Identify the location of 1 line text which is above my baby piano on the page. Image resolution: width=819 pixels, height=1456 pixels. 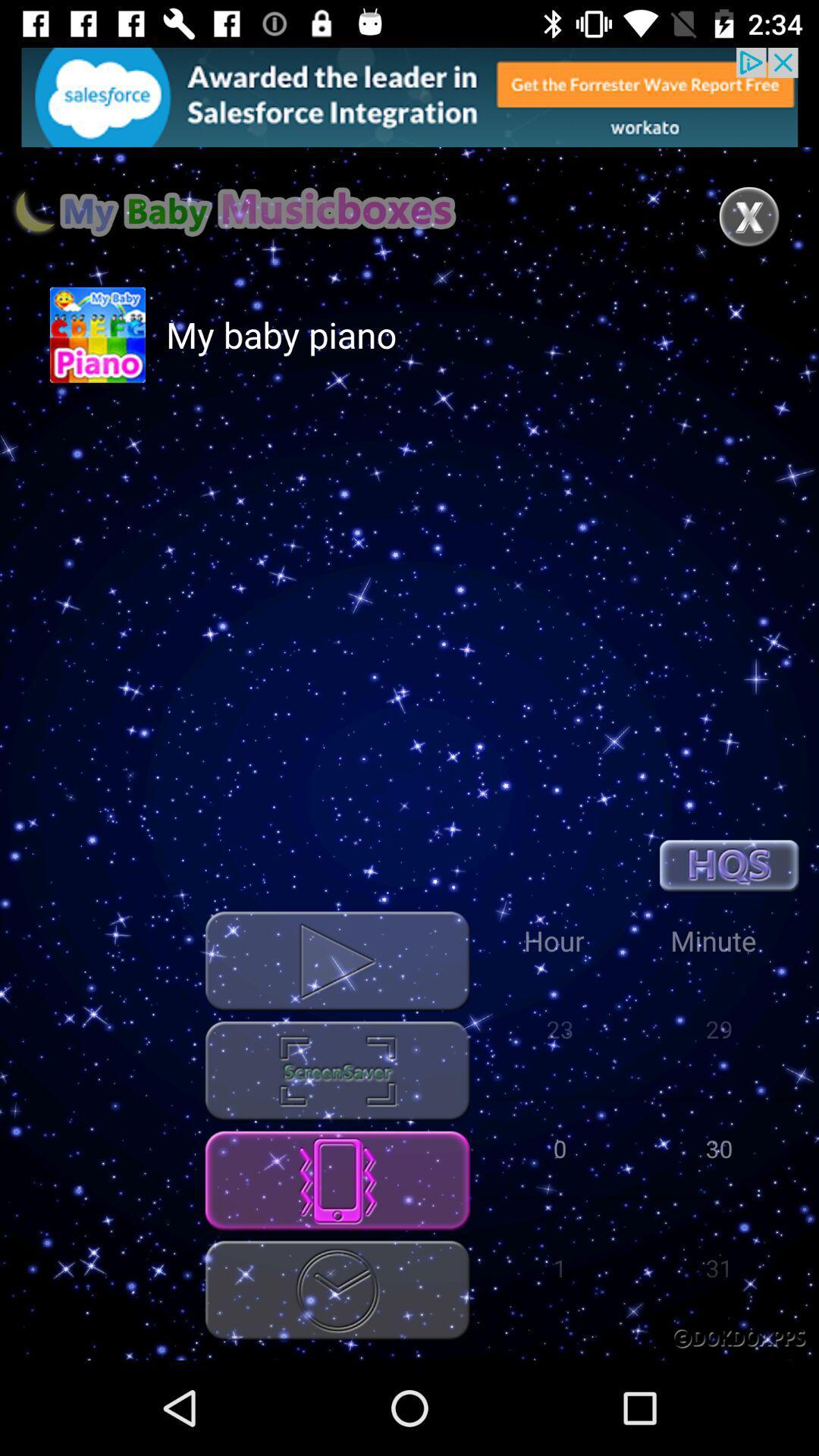
(234, 211).